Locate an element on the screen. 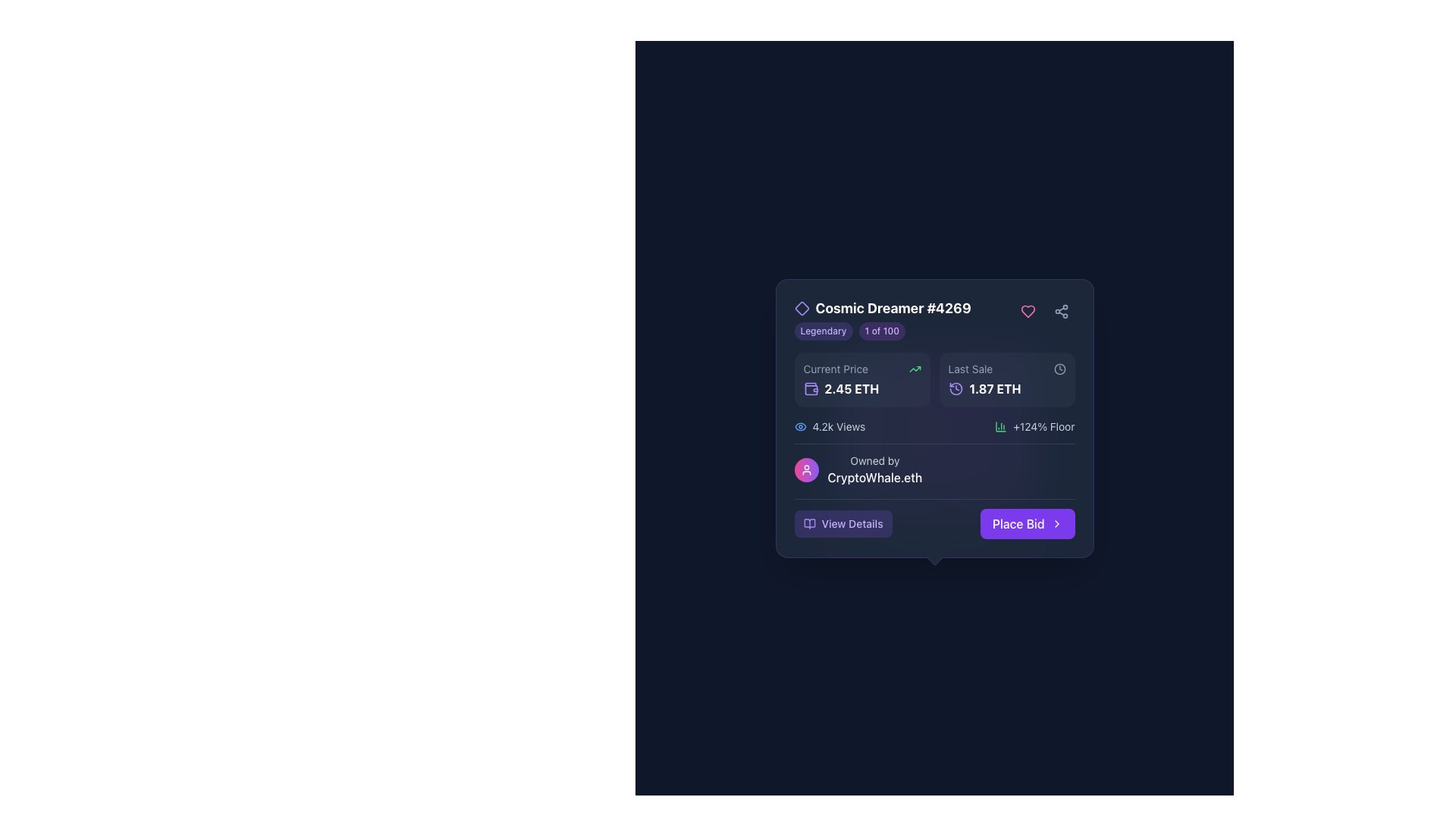 Image resolution: width=1456 pixels, height=819 pixels. the small, violet-colored open book icon located to the left of the text 'View Details' in the UI is located at coordinates (808, 522).